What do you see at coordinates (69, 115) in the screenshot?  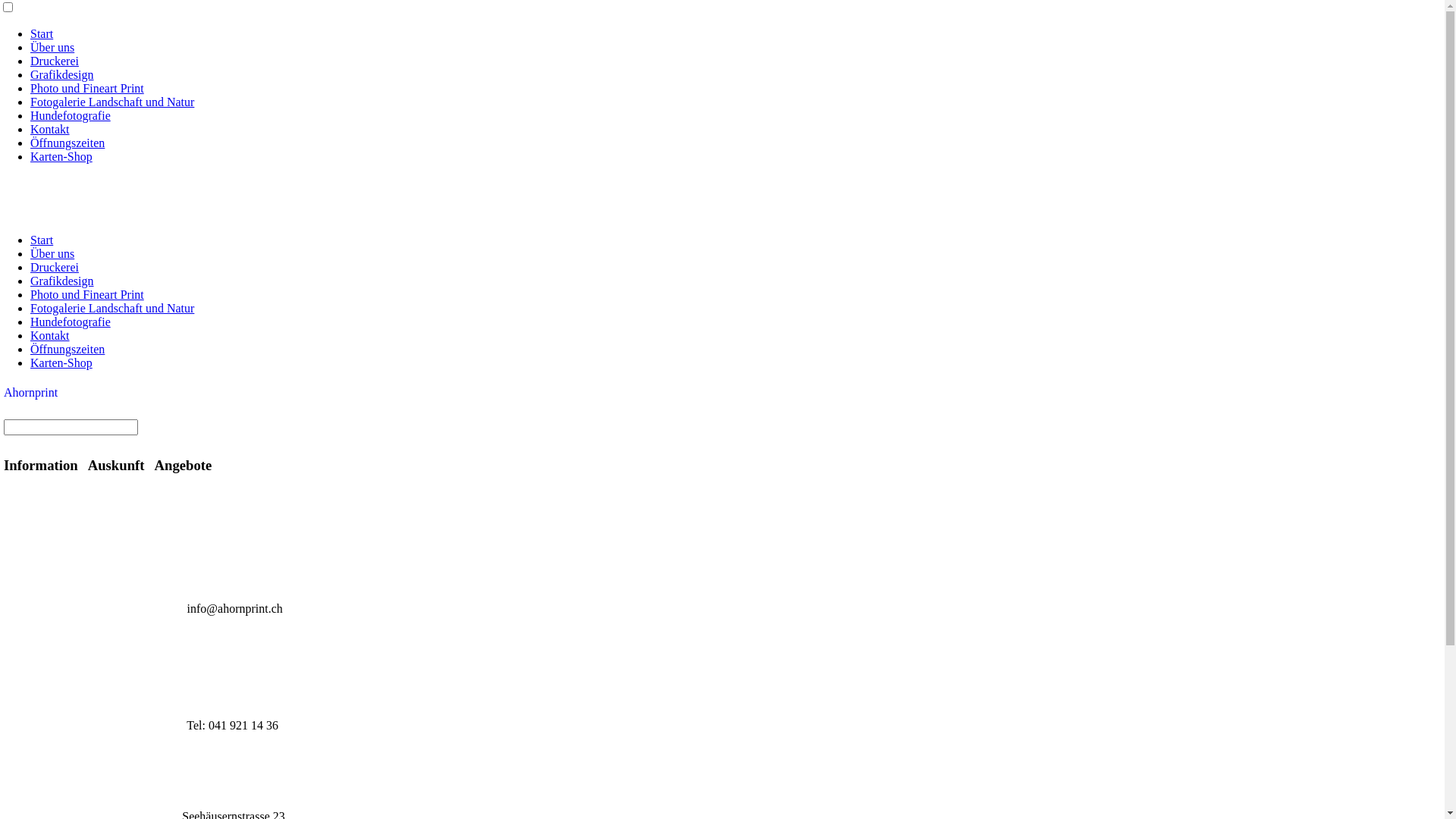 I see `'Hundefotografie'` at bounding box center [69, 115].